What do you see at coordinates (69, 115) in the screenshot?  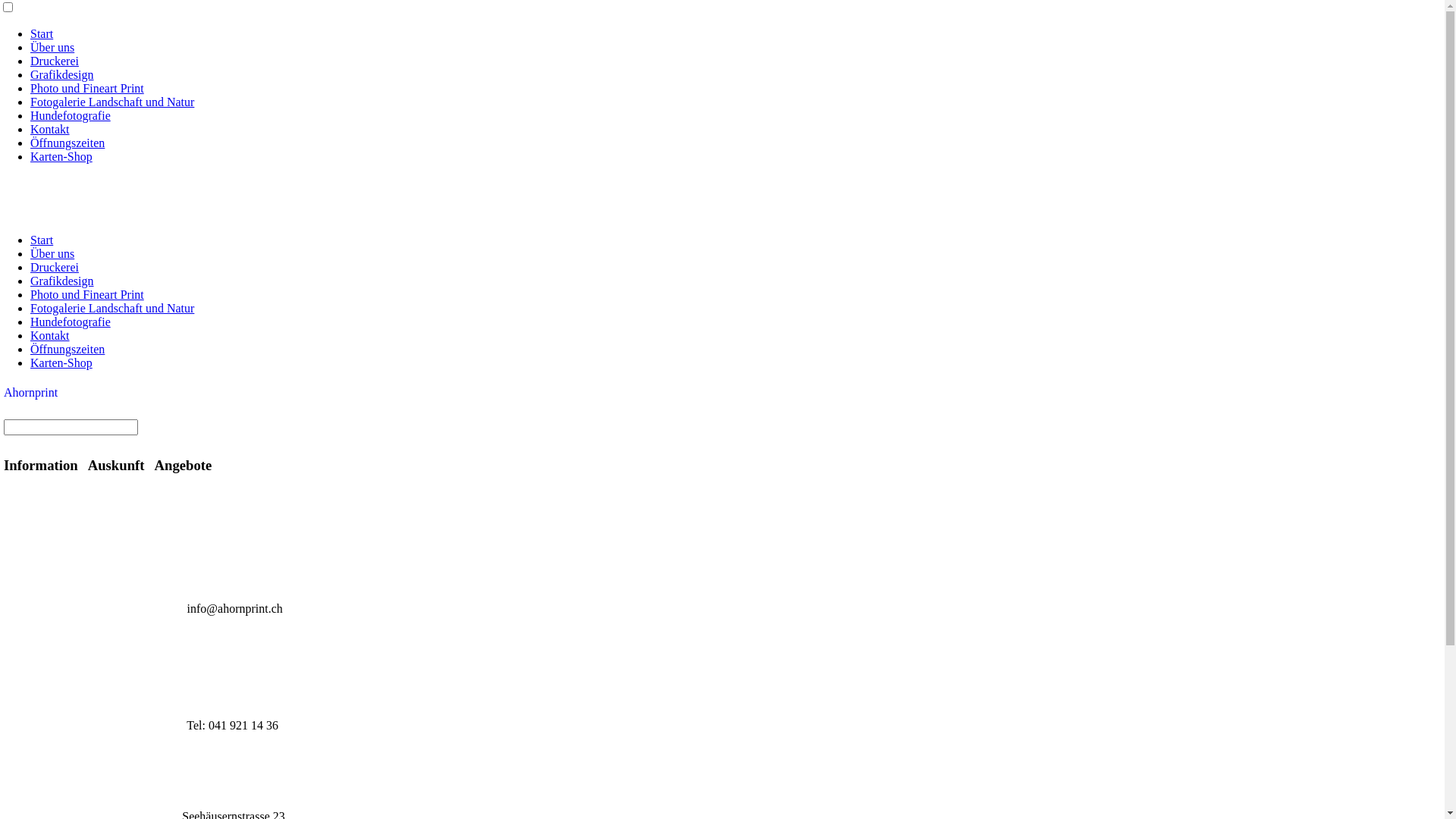 I see `'Hundefotografie'` at bounding box center [69, 115].